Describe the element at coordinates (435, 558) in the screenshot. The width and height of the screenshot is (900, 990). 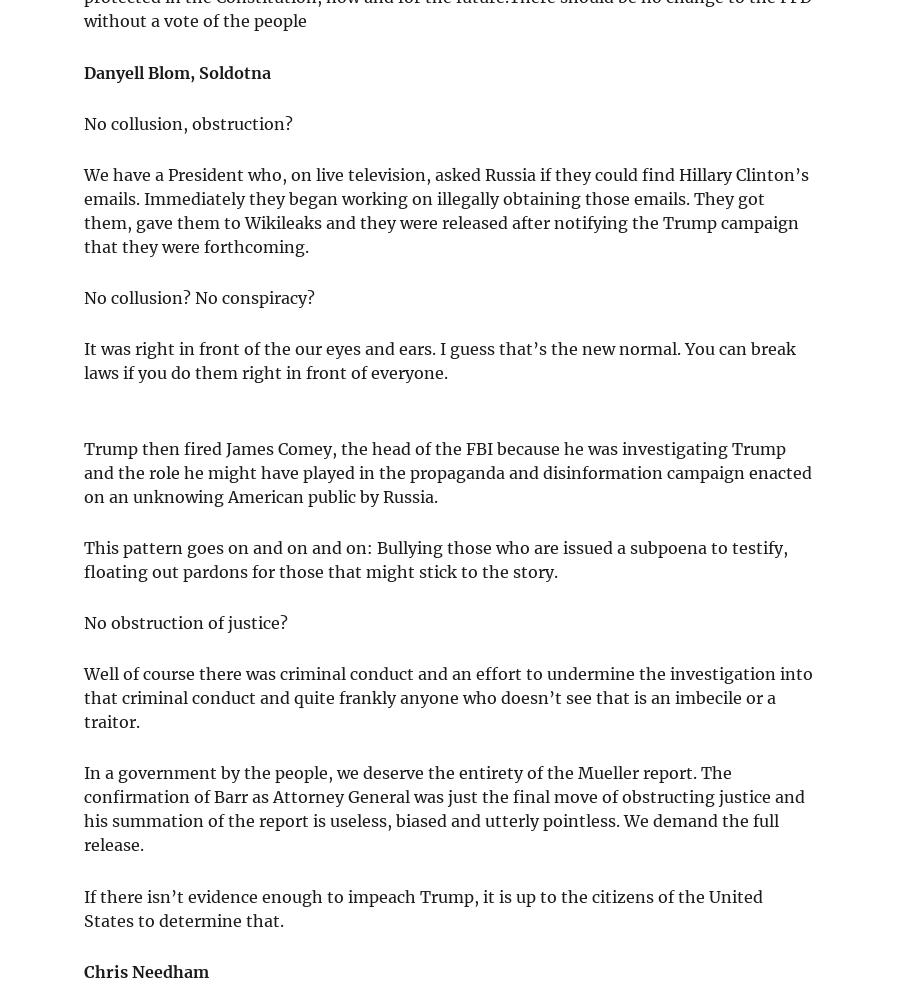
I see `'This pattern goes on and on and on: Bullying those who are issued a subpoena to testify, floating out pardons for those that might stick to the story.'` at that location.